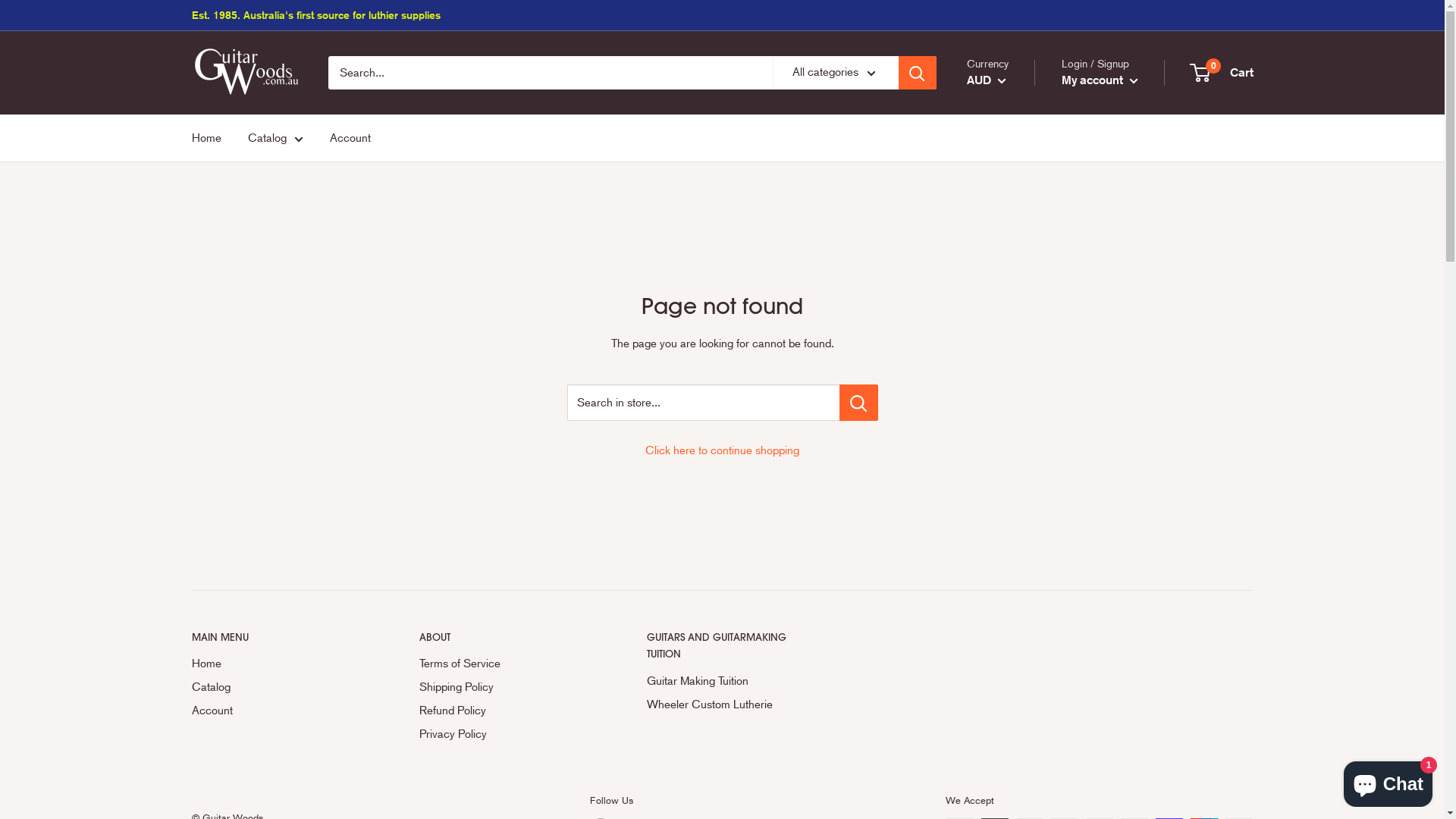 Image resolution: width=1456 pixels, height=819 pixels. What do you see at coordinates (1388, 780) in the screenshot?
I see `'Shopify online store chat'` at bounding box center [1388, 780].